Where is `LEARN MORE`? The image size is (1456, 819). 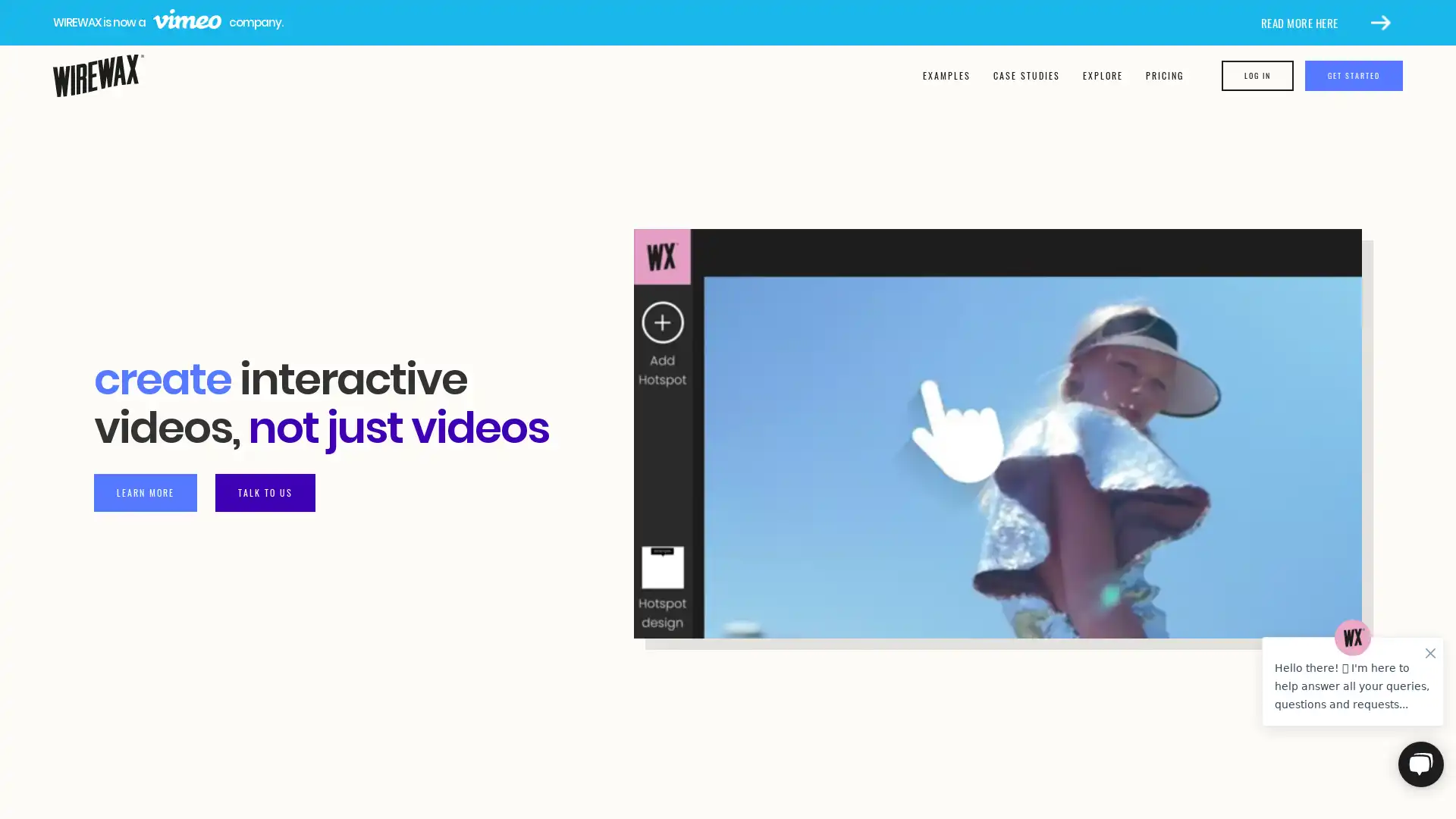 LEARN MORE is located at coordinates (146, 491).